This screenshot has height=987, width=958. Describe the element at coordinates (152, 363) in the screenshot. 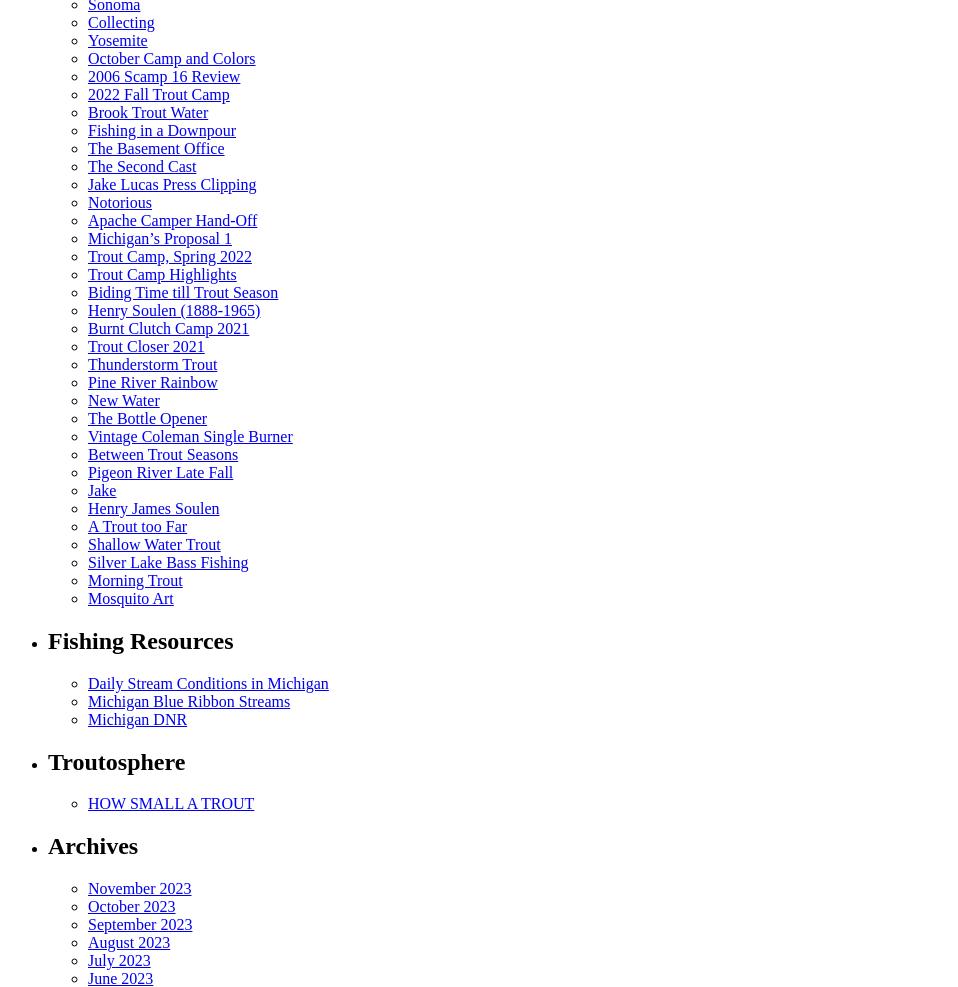

I see `'Thunderstorm Trout'` at that location.